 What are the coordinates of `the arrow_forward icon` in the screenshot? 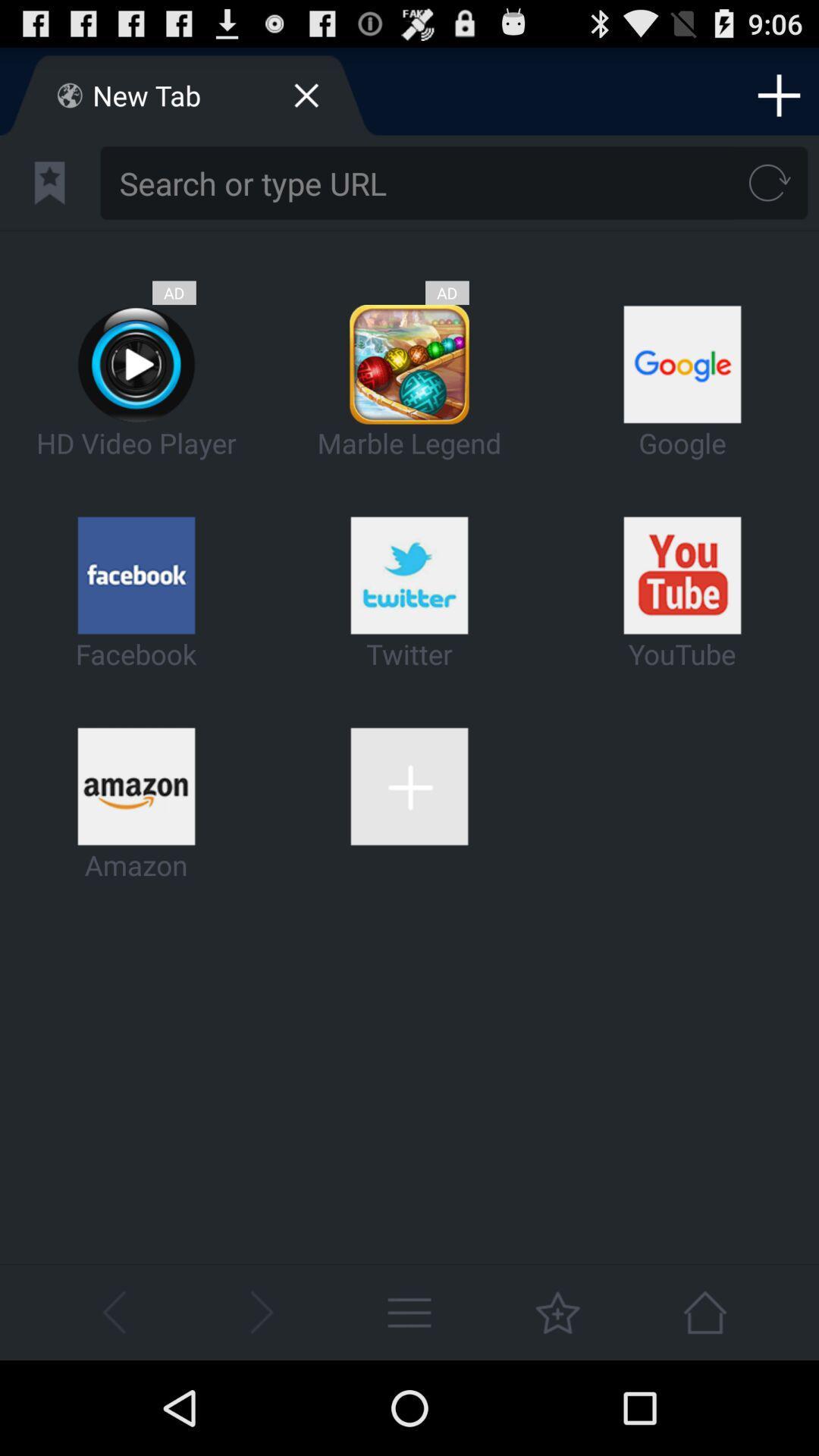 It's located at (260, 1404).